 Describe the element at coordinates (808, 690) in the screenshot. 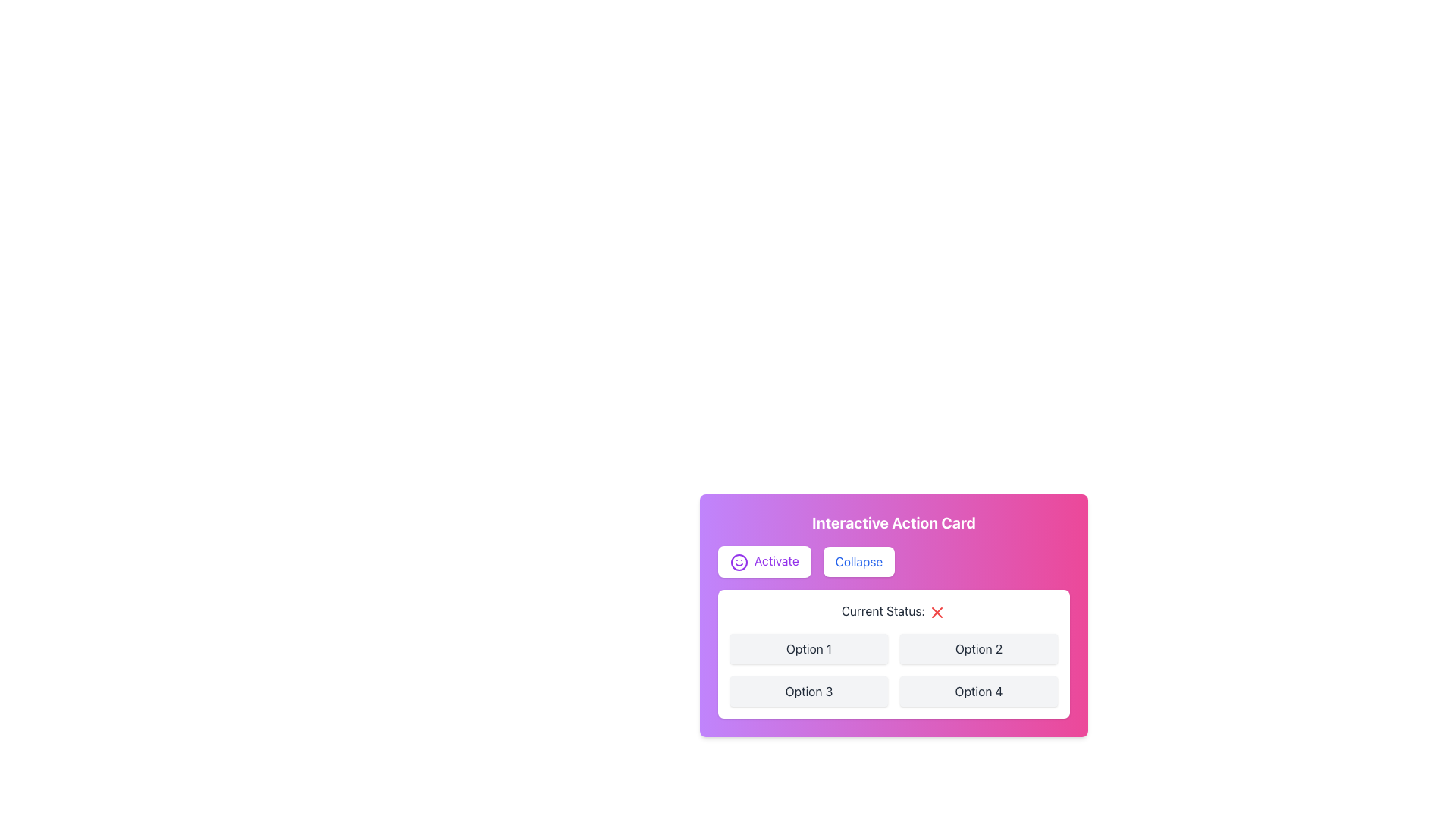

I see `the 'Option 3' button located in the lower-left slot of a 2x2 grid layout` at that location.